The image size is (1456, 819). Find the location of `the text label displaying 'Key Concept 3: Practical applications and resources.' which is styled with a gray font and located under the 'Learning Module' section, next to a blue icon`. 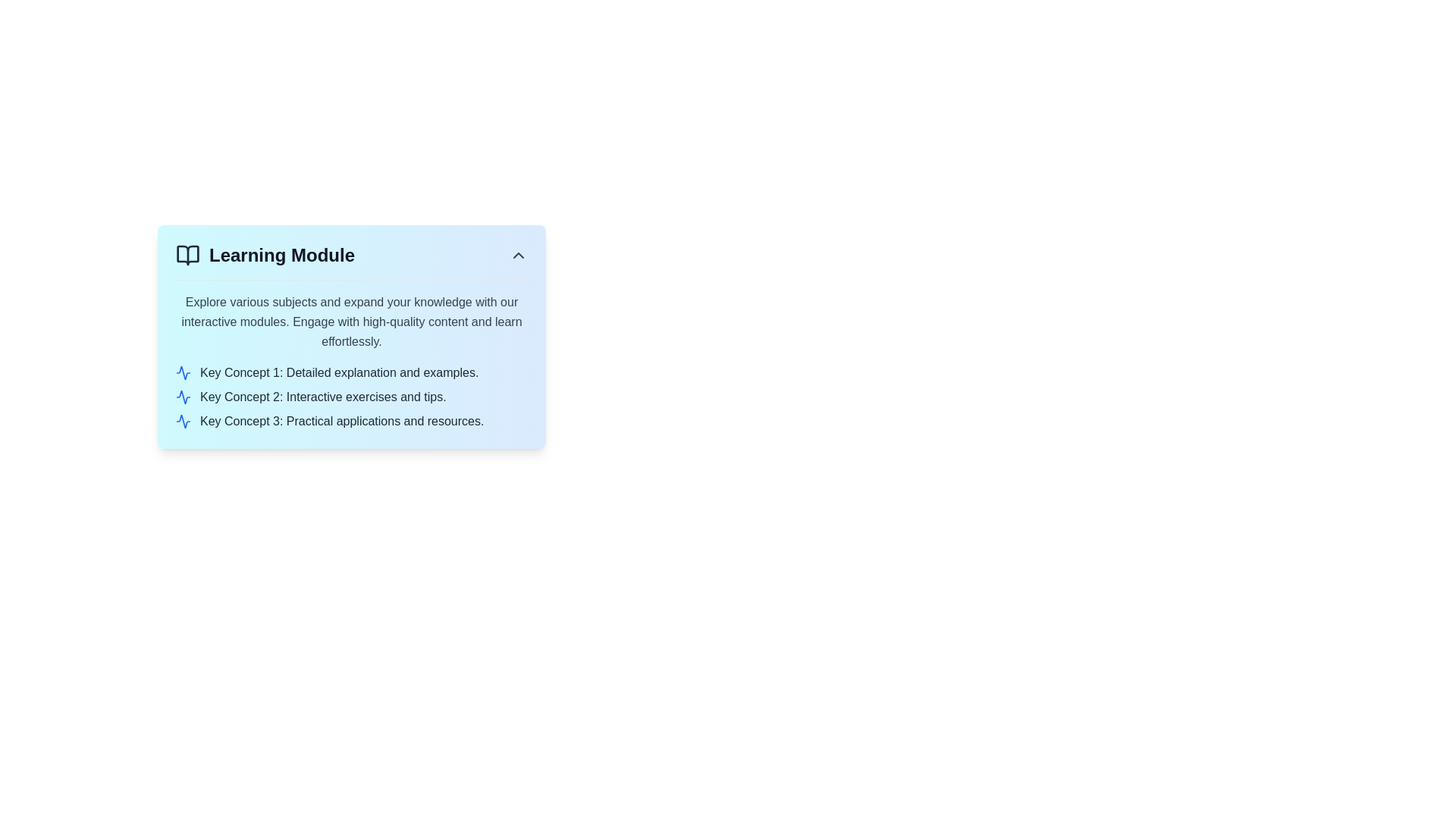

the text label displaying 'Key Concept 3: Practical applications and resources.' which is styled with a gray font and located under the 'Learning Module' section, next to a blue icon is located at coordinates (341, 421).